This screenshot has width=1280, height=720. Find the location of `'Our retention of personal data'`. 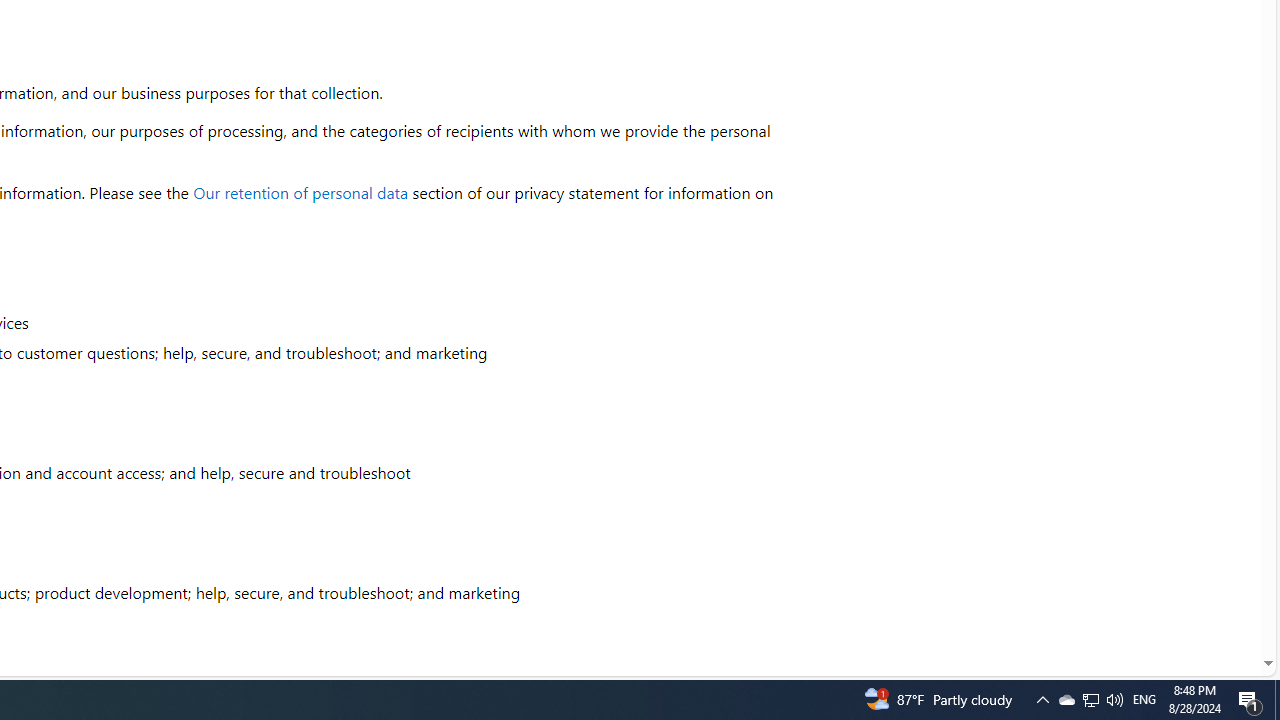

'Our retention of personal data' is located at coordinates (300, 192).